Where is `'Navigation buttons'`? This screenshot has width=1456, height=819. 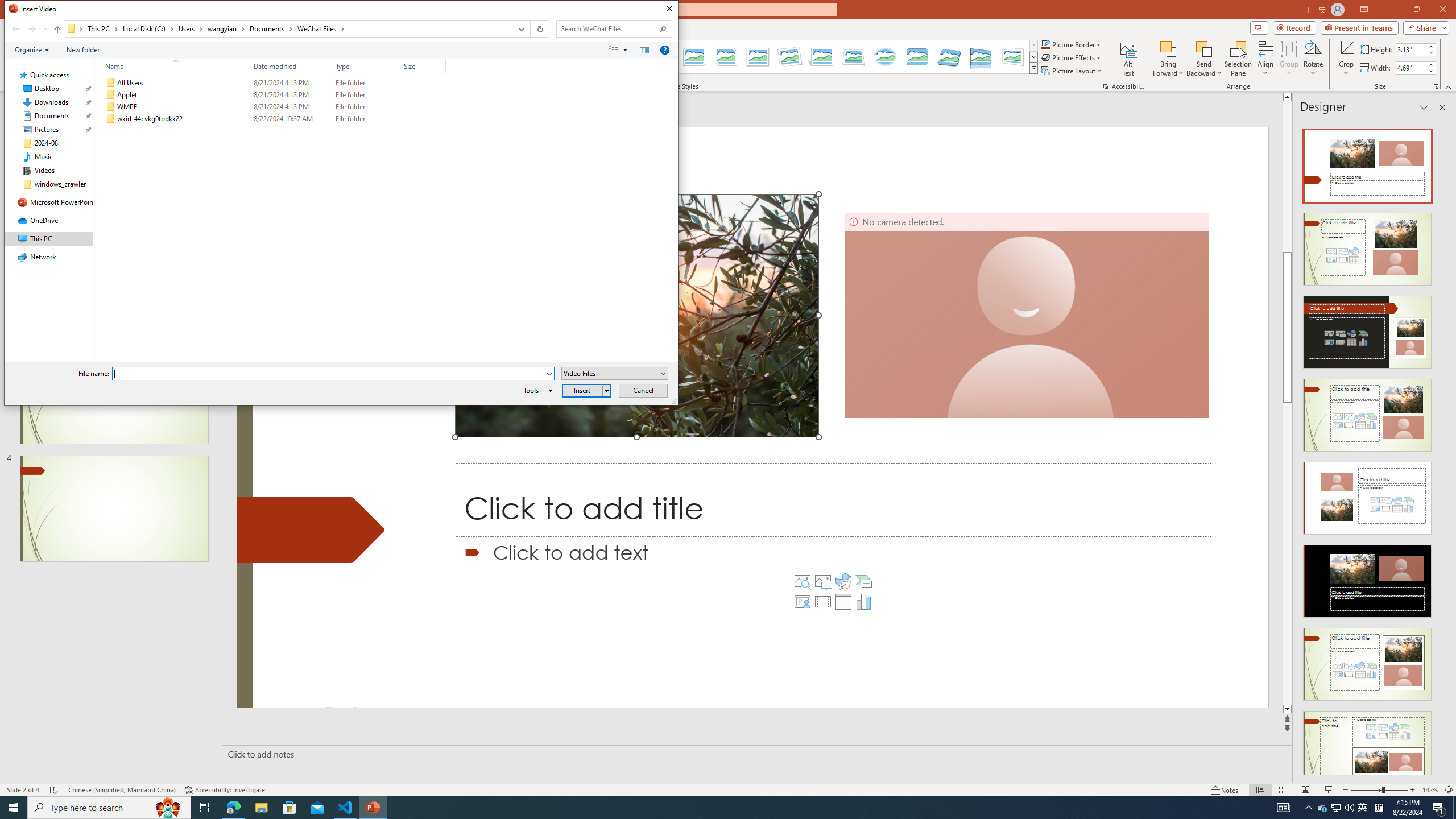 'Navigation buttons' is located at coordinates (28, 28).